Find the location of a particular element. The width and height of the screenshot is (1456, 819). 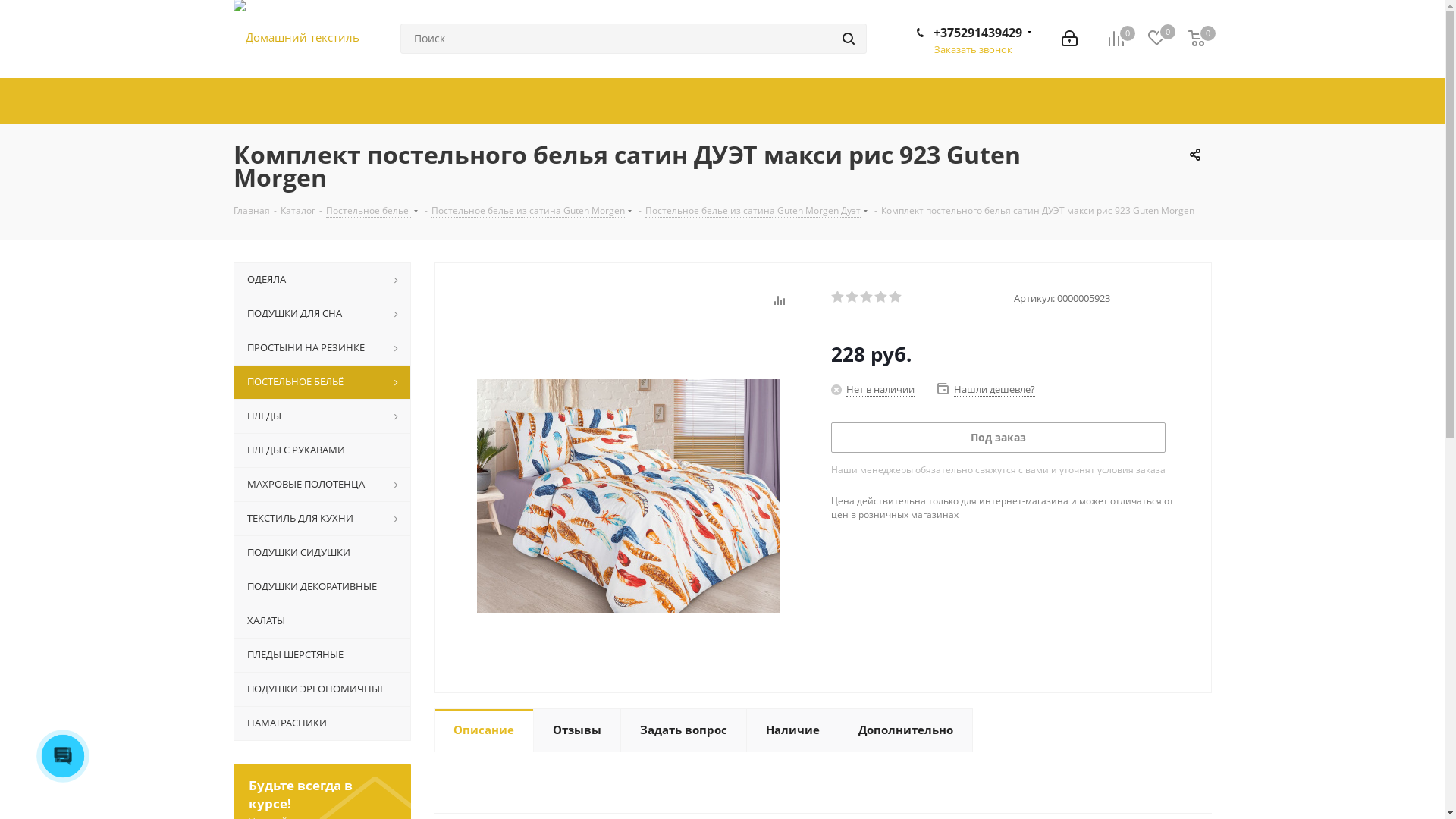

'4' is located at coordinates (880, 297).